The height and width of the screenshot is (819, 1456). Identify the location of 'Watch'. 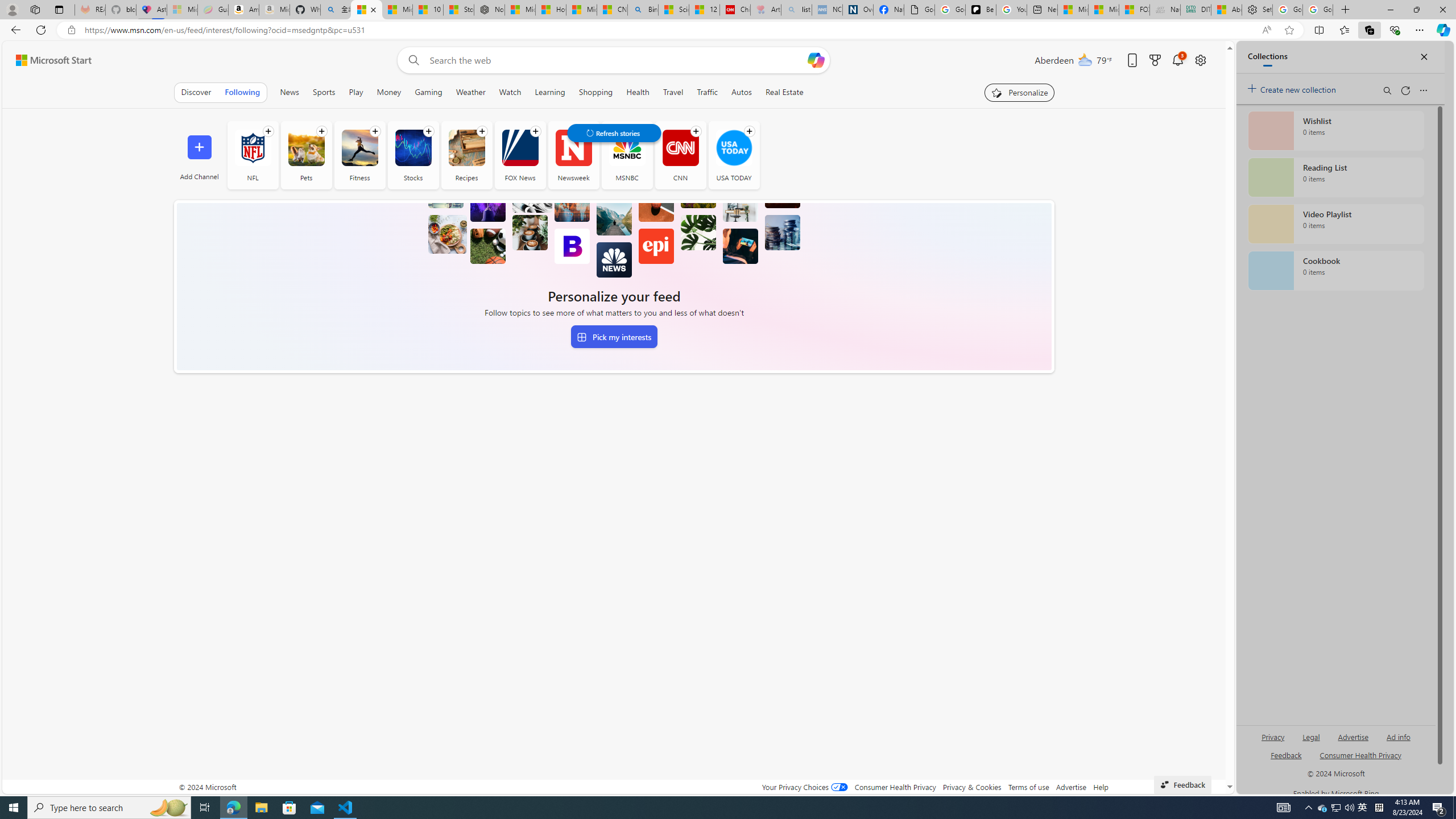
(510, 92).